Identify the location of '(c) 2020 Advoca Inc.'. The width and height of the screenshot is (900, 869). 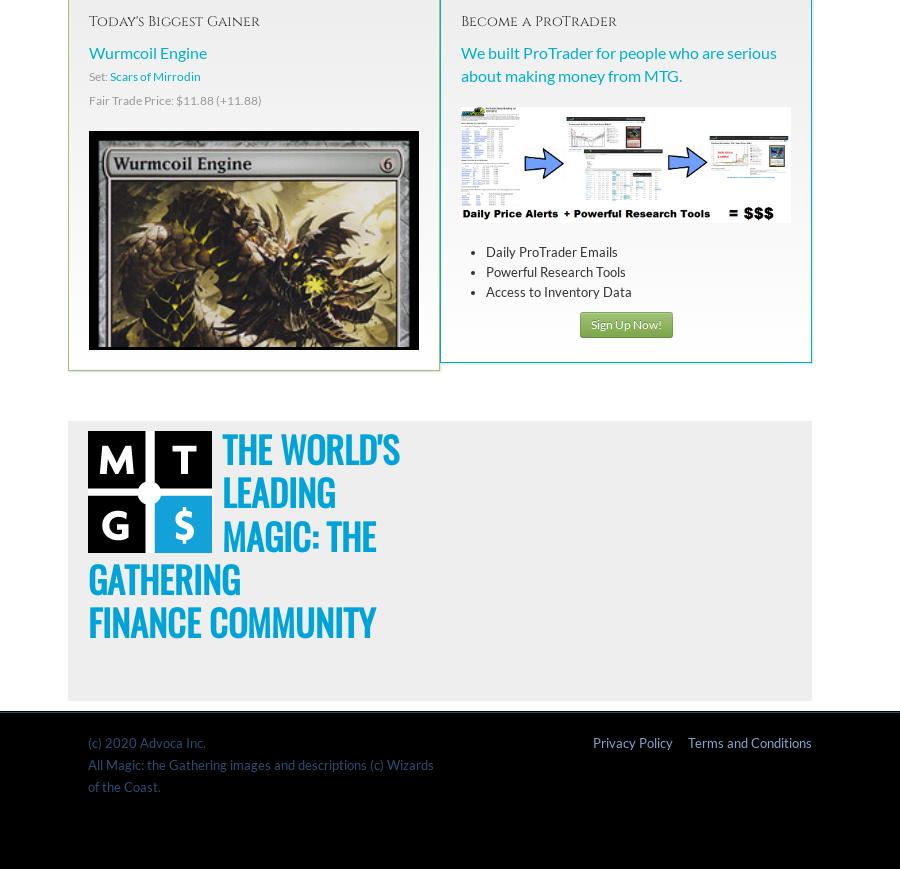
(87, 742).